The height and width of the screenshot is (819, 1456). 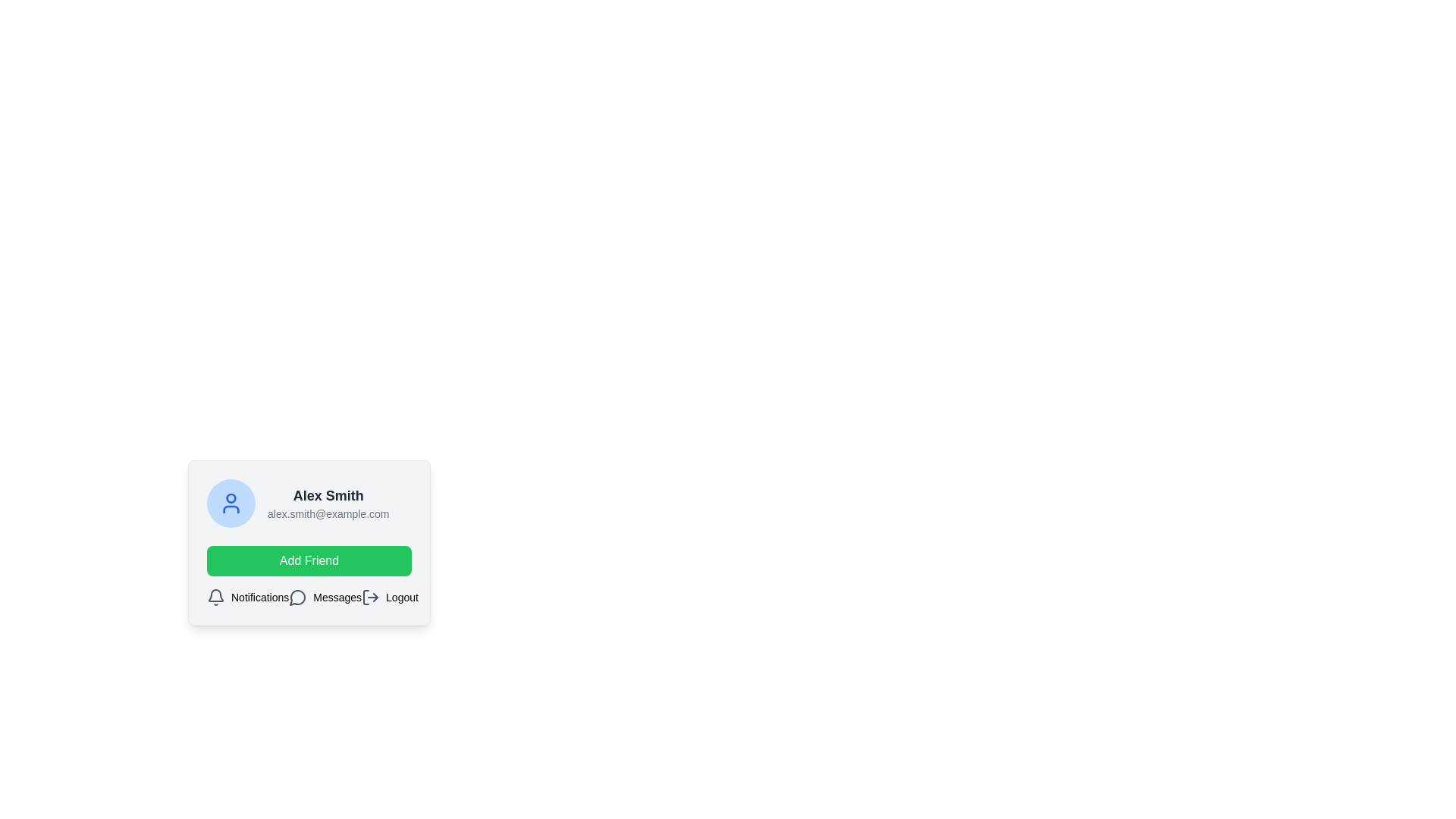 I want to click on the Message Indicator icon, so click(x=298, y=596).